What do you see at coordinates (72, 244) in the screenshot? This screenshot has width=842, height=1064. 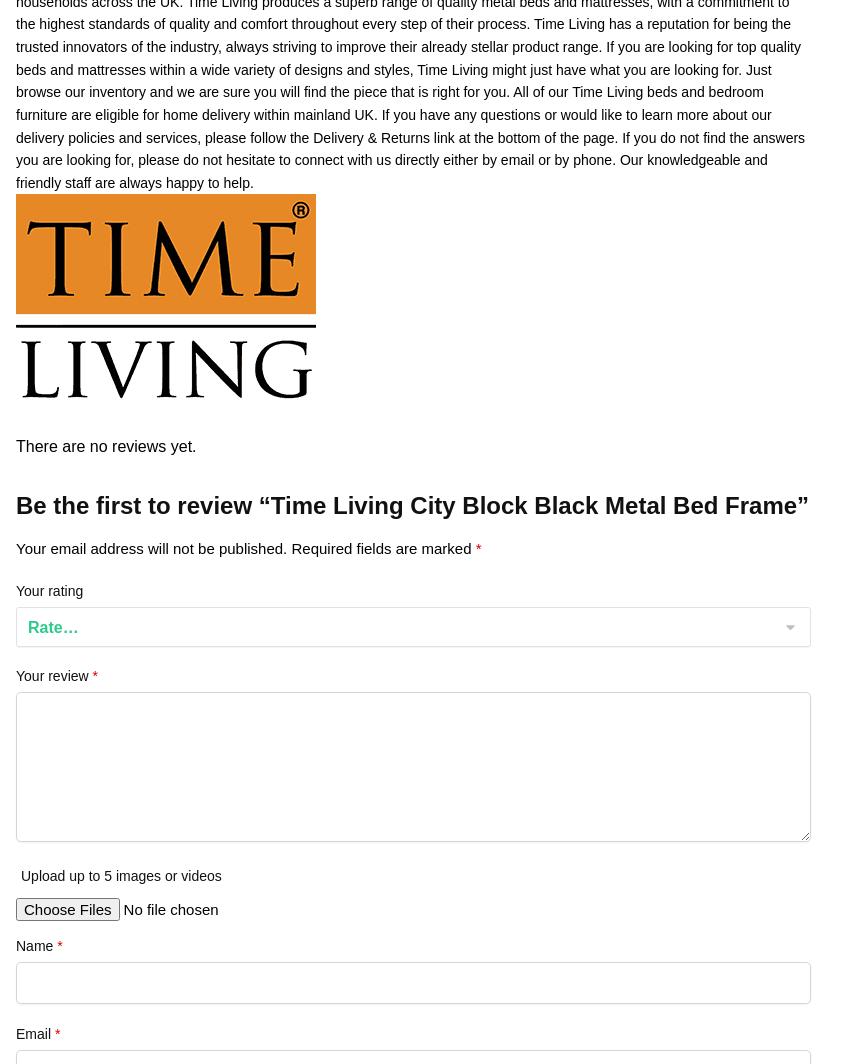 I see `'Customer Services'` at bounding box center [72, 244].